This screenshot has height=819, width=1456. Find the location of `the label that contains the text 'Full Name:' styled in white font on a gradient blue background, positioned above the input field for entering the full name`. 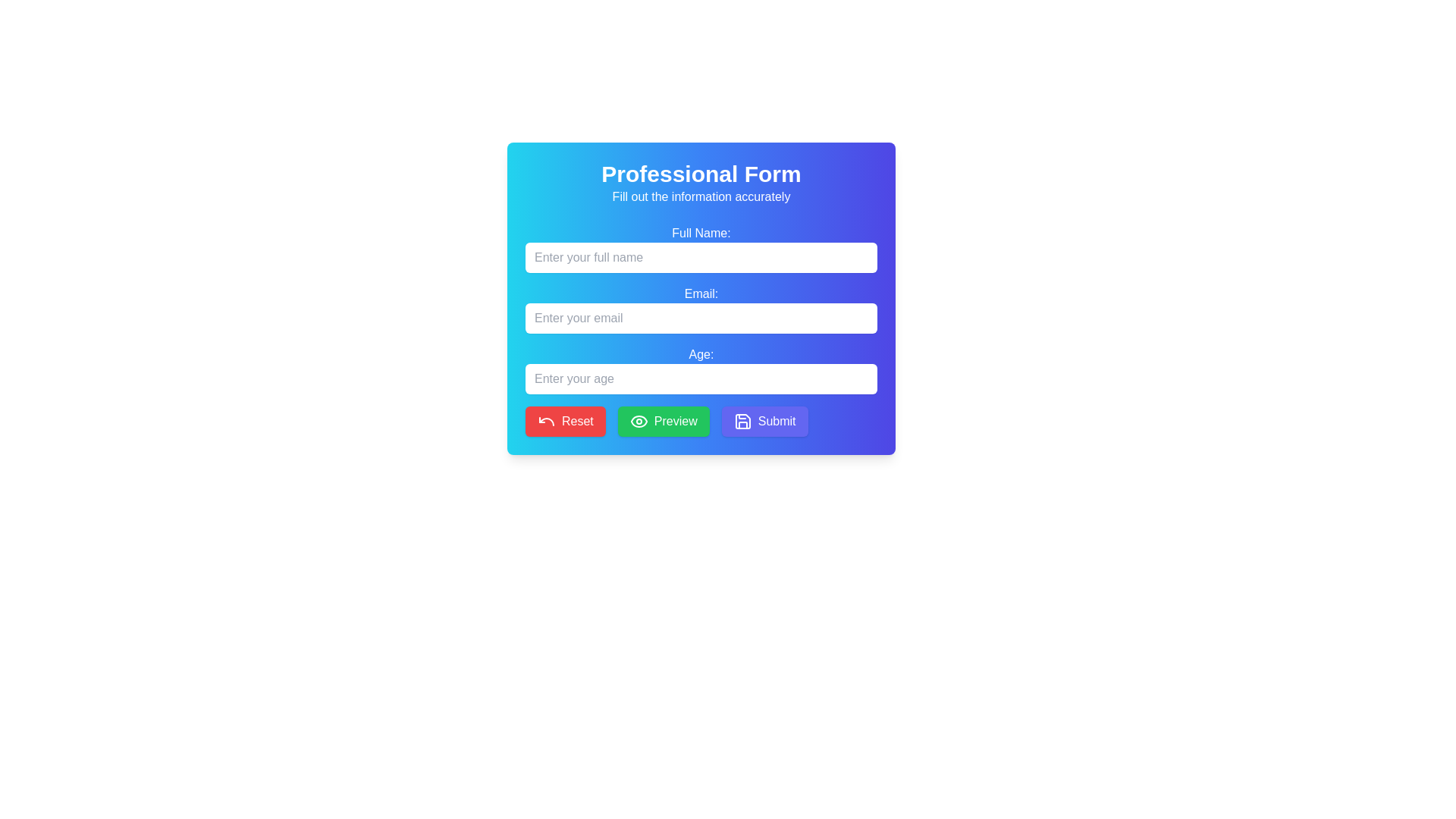

the label that contains the text 'Full Name:' styled in white font on a gradient blue background, positioned above the input field for entering the full name is located at coordinates (701, 234).